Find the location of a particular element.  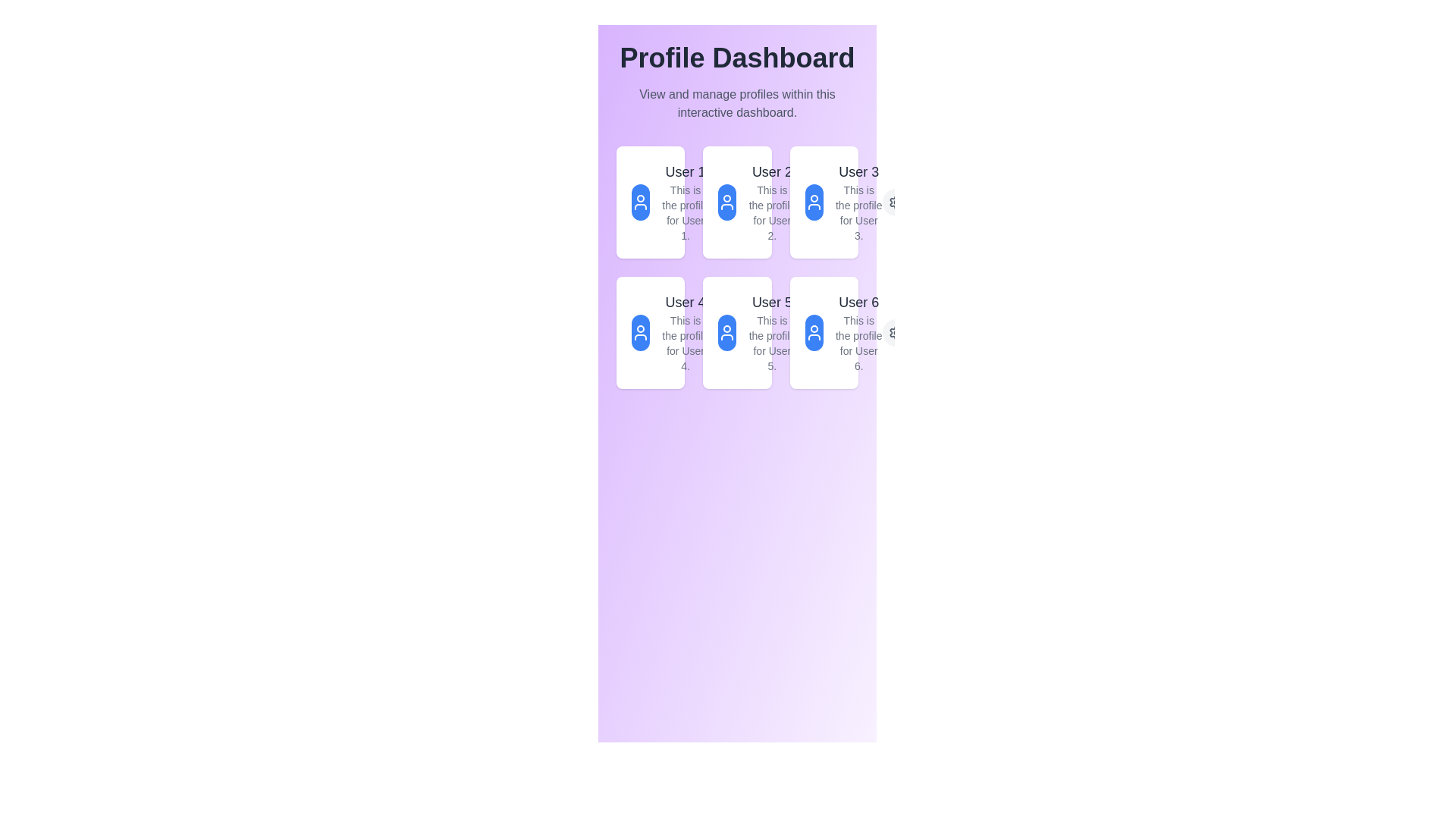

the Profile Card displaying User 5's information, which is the fifth card in a grid layout located in the second row and second column is located at coordinates (737, 332).